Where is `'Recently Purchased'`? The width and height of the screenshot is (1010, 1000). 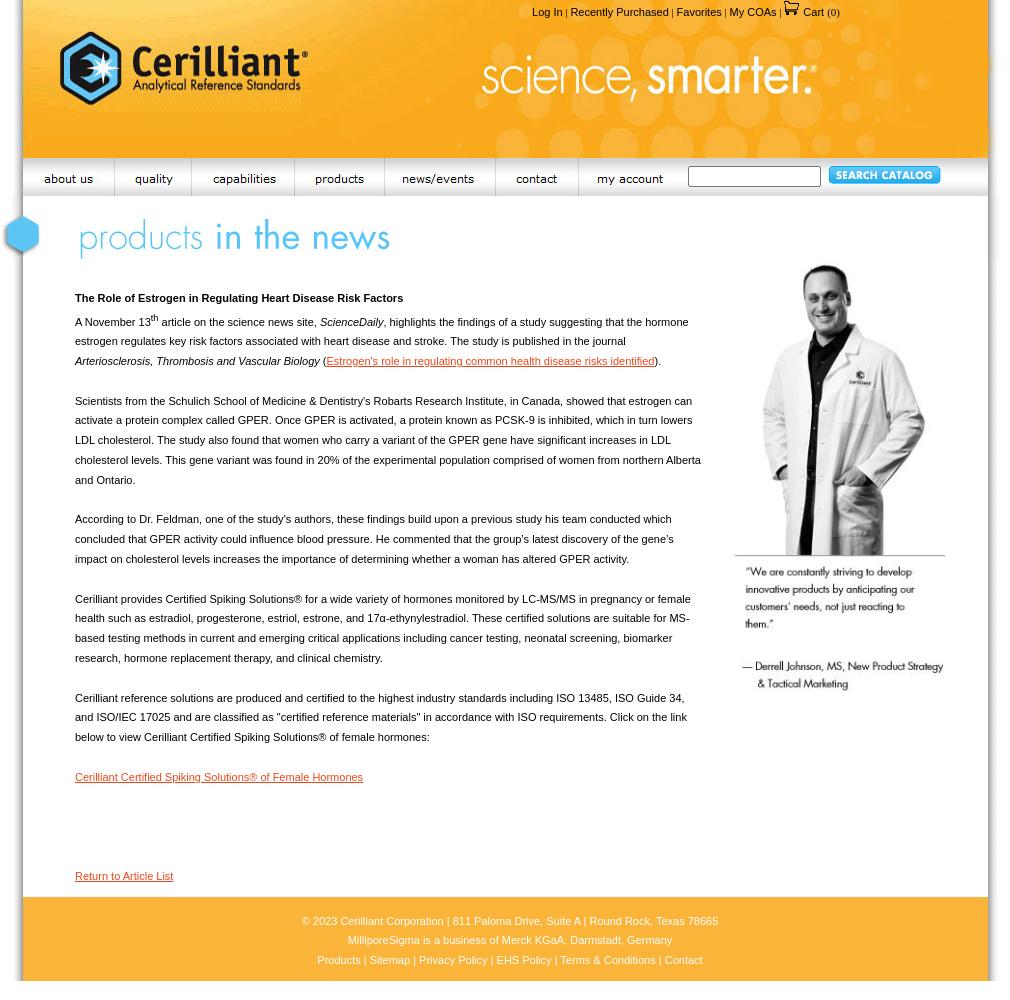
'Recently Purchased' is located at coordinates (618, 12).